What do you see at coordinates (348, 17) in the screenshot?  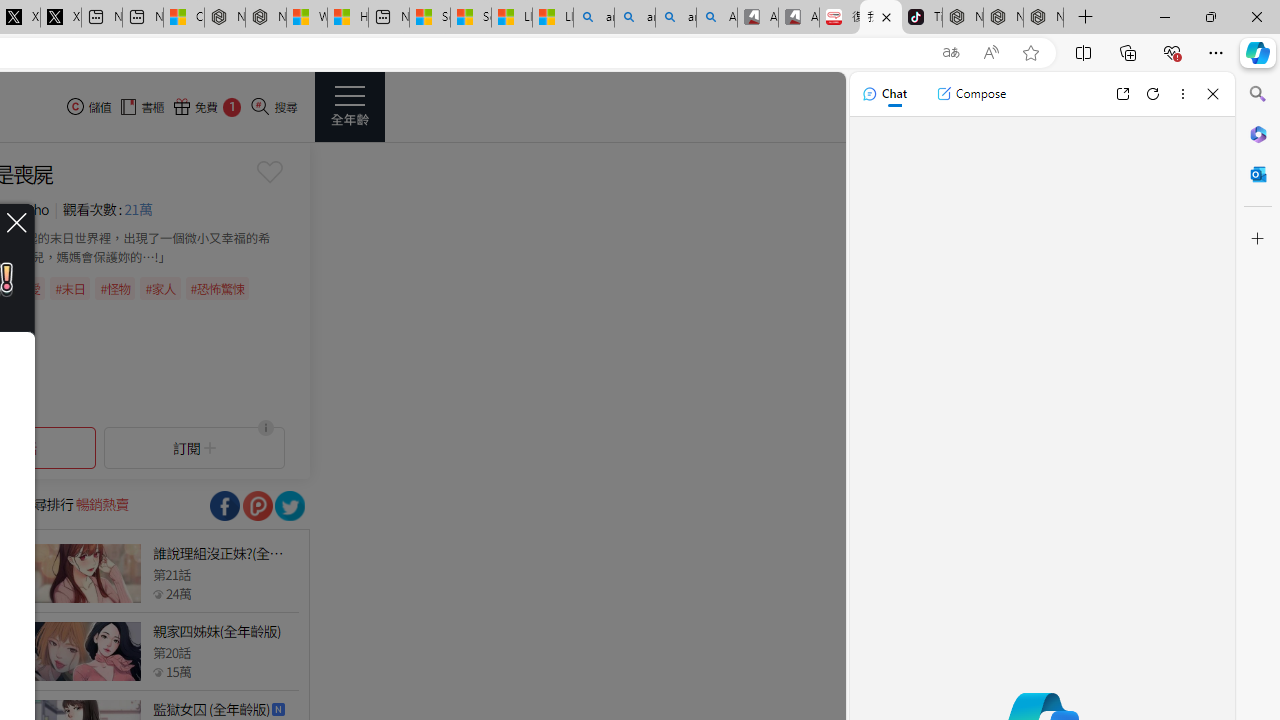 I see `'Huge shark washes ashore at New York City beach | Watch'` at bounding box center [348, 17].